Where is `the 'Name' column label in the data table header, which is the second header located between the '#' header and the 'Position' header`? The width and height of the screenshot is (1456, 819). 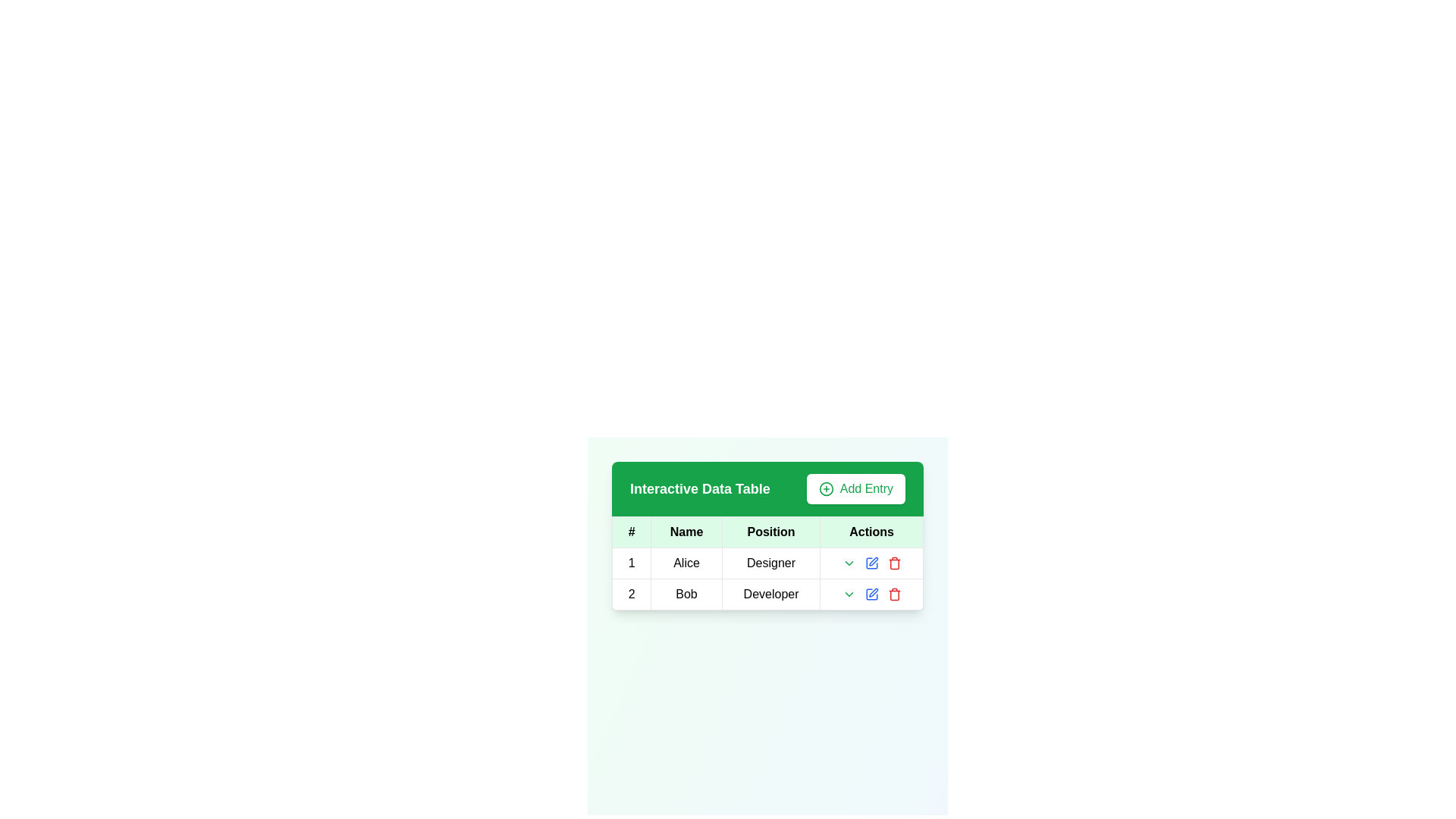
the 'Name' column label in the data table header, which is the second header located between the '#' header and the 'Position' header is located at coordinates (686, 532).